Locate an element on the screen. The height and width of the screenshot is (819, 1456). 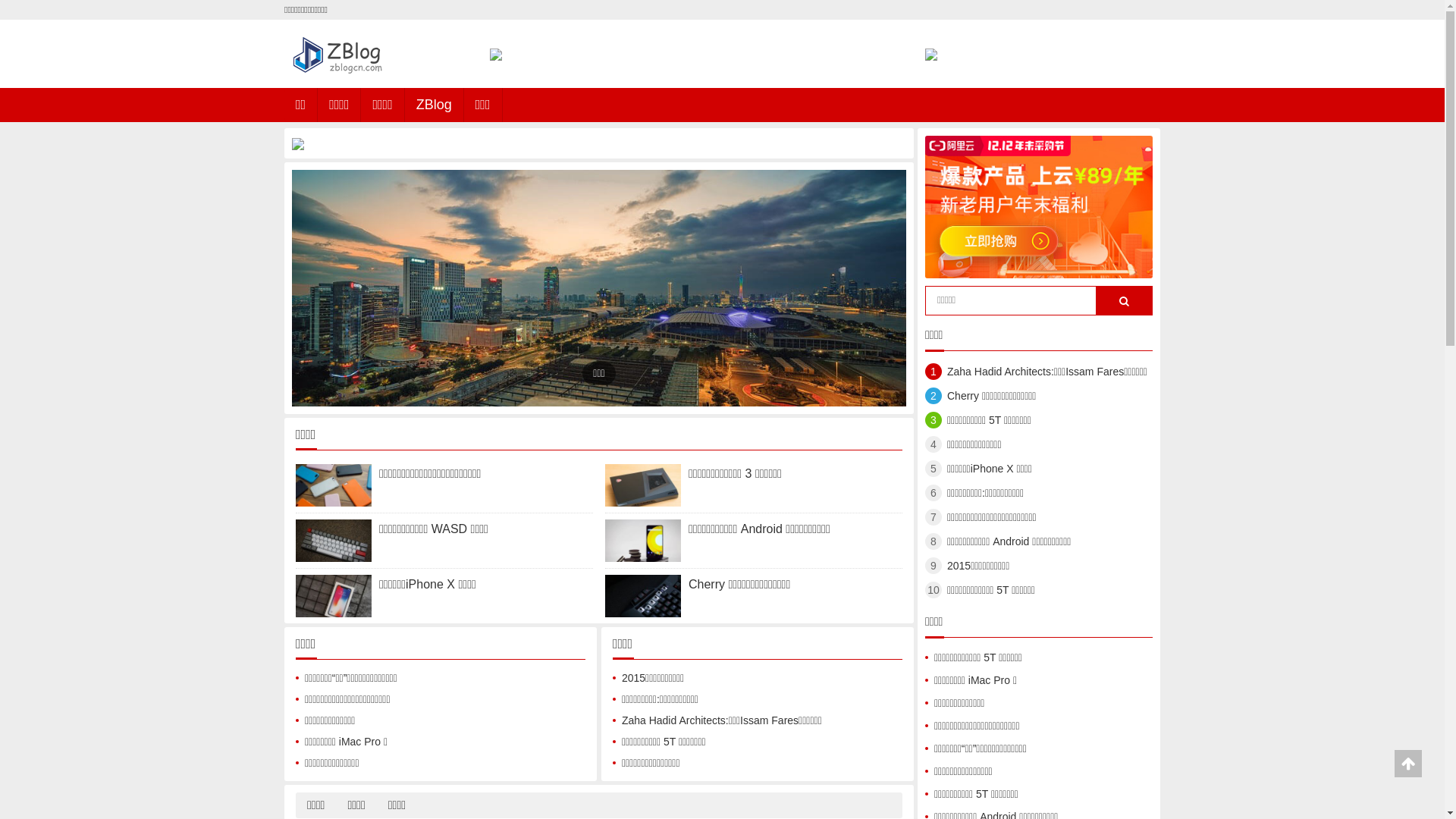
'ZBlog' is located at coordinates (404, 104).